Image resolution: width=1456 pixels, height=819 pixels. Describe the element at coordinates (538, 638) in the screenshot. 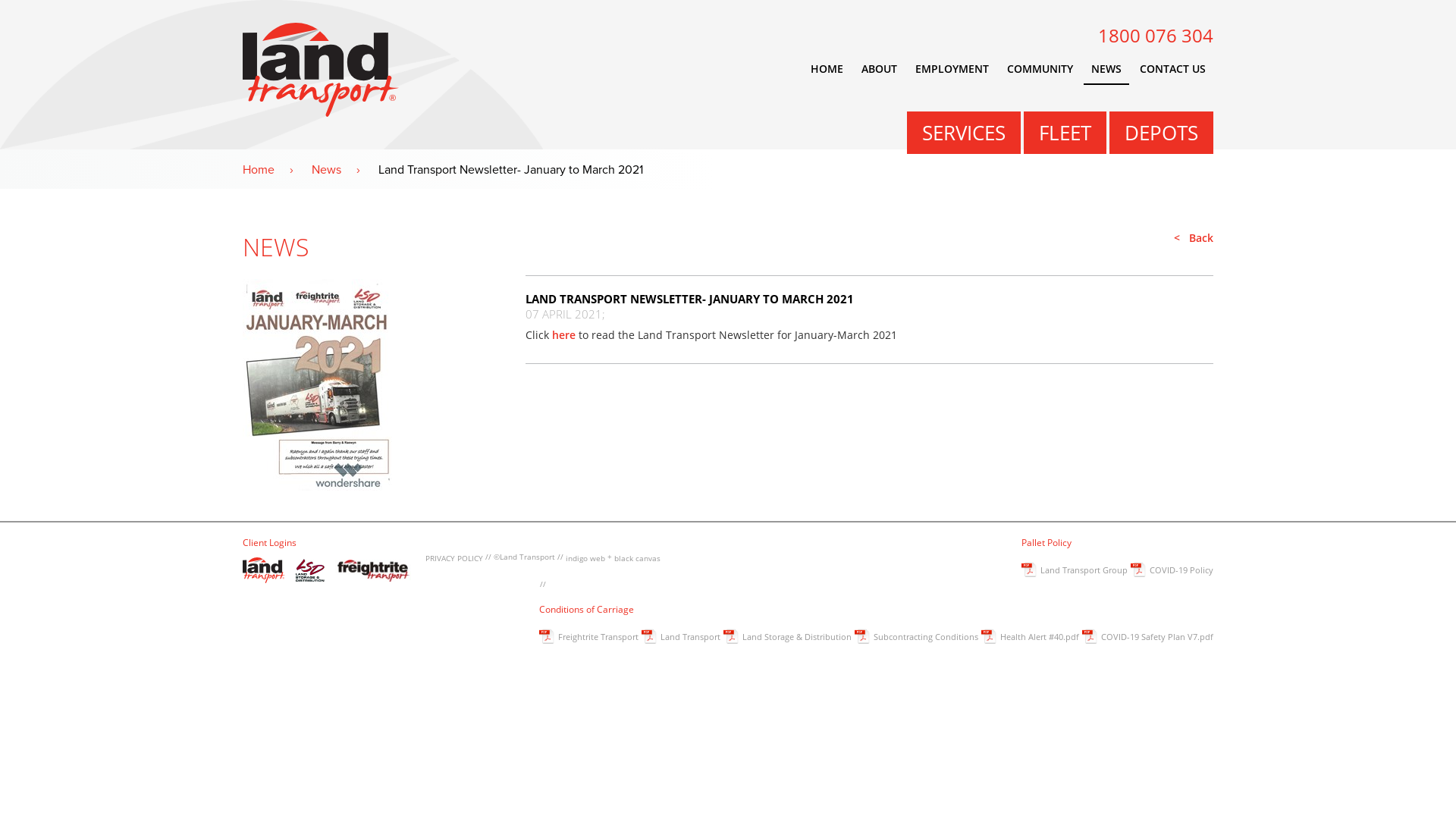

I see `'Freightrite Transport'` at that location.